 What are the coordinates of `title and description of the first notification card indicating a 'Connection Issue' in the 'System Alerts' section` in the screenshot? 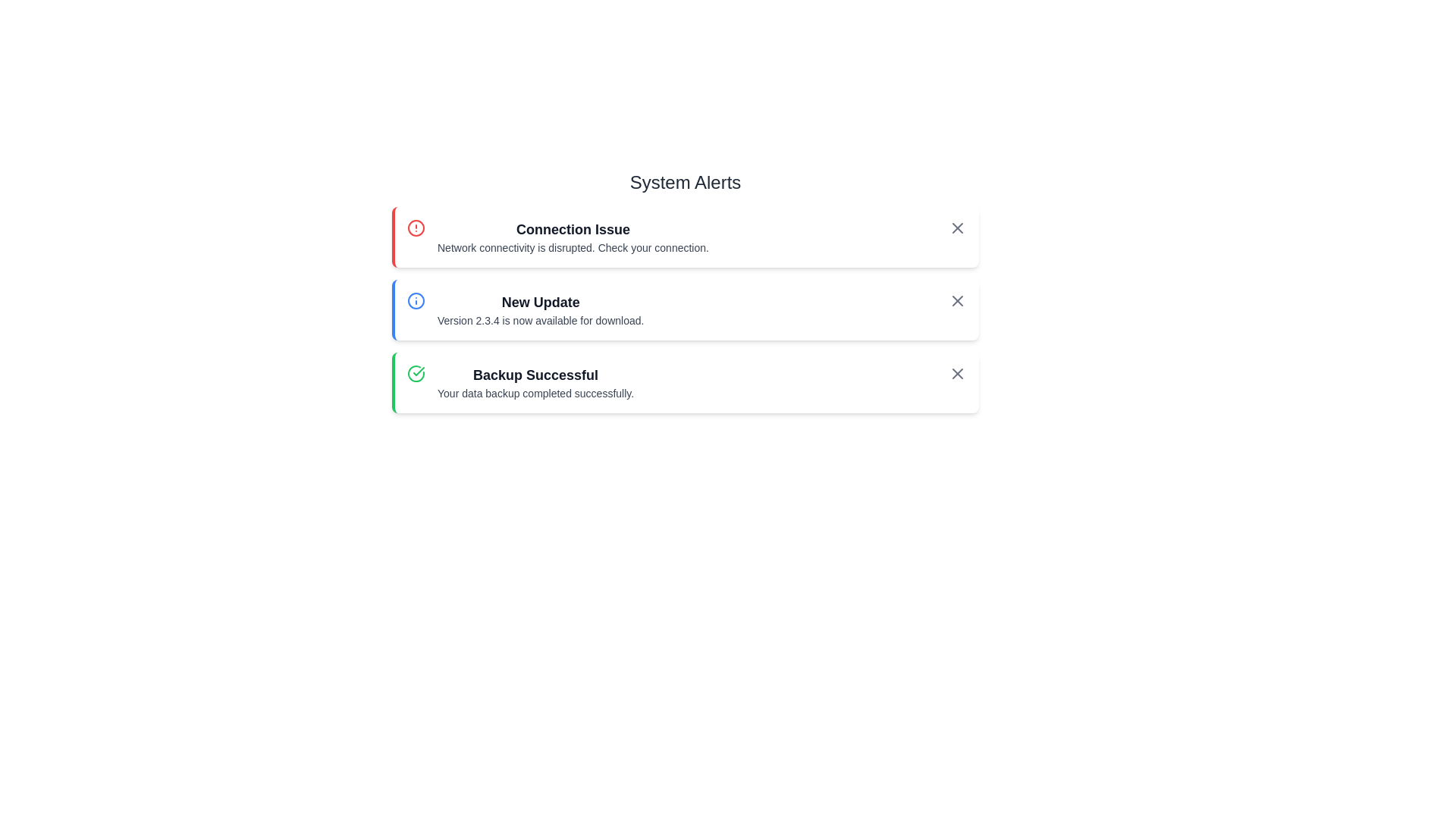 It's located at (684, 237).